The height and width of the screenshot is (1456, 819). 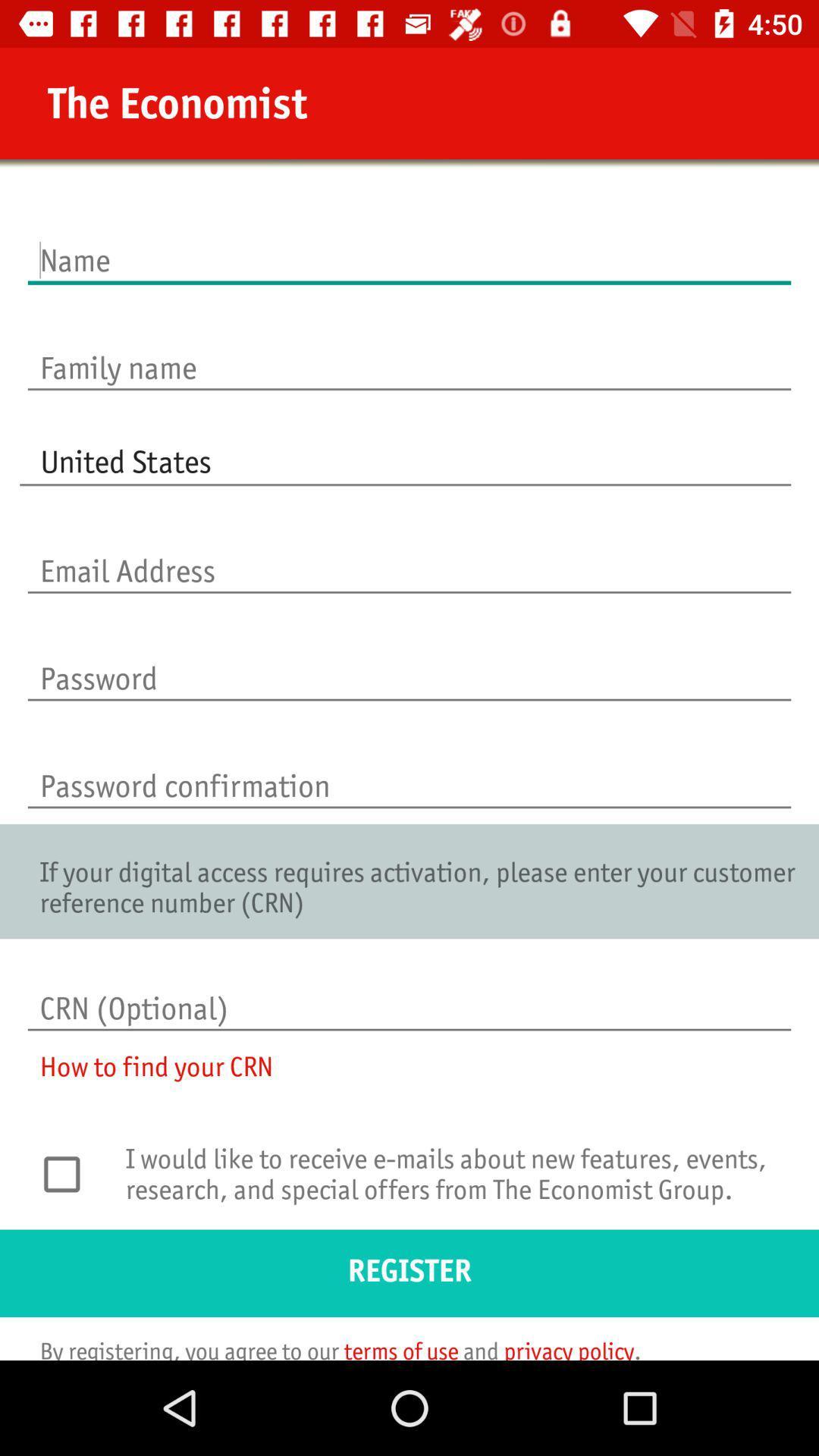 What do you see at coordinates (329, 1348) in the screenshot?
I see `the by registering you icon` at bounding box center [329, 1348].